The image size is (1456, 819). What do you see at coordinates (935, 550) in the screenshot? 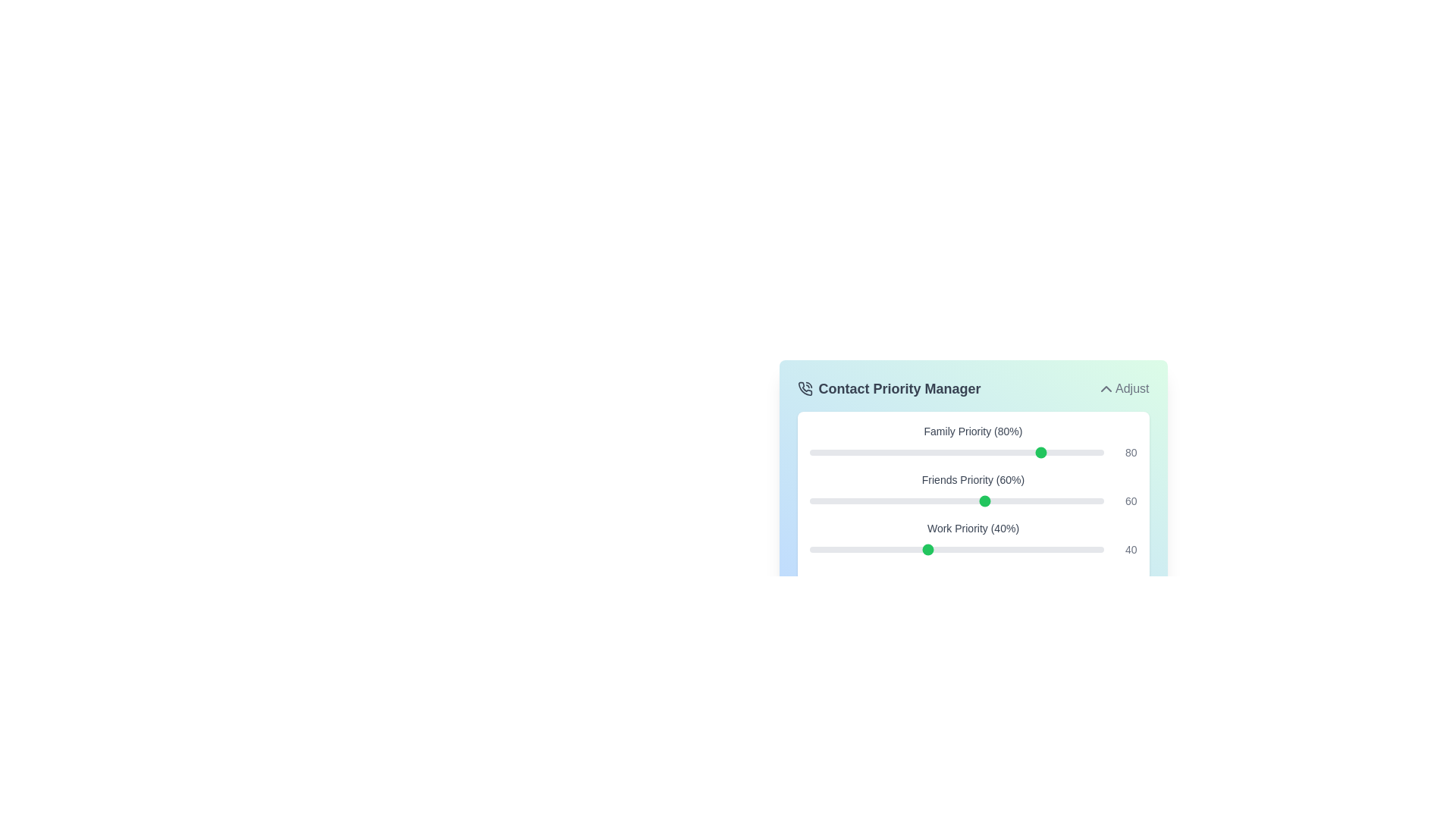
I see `the 'Work' priority slider to 43%` at bounding box center [935, 550].